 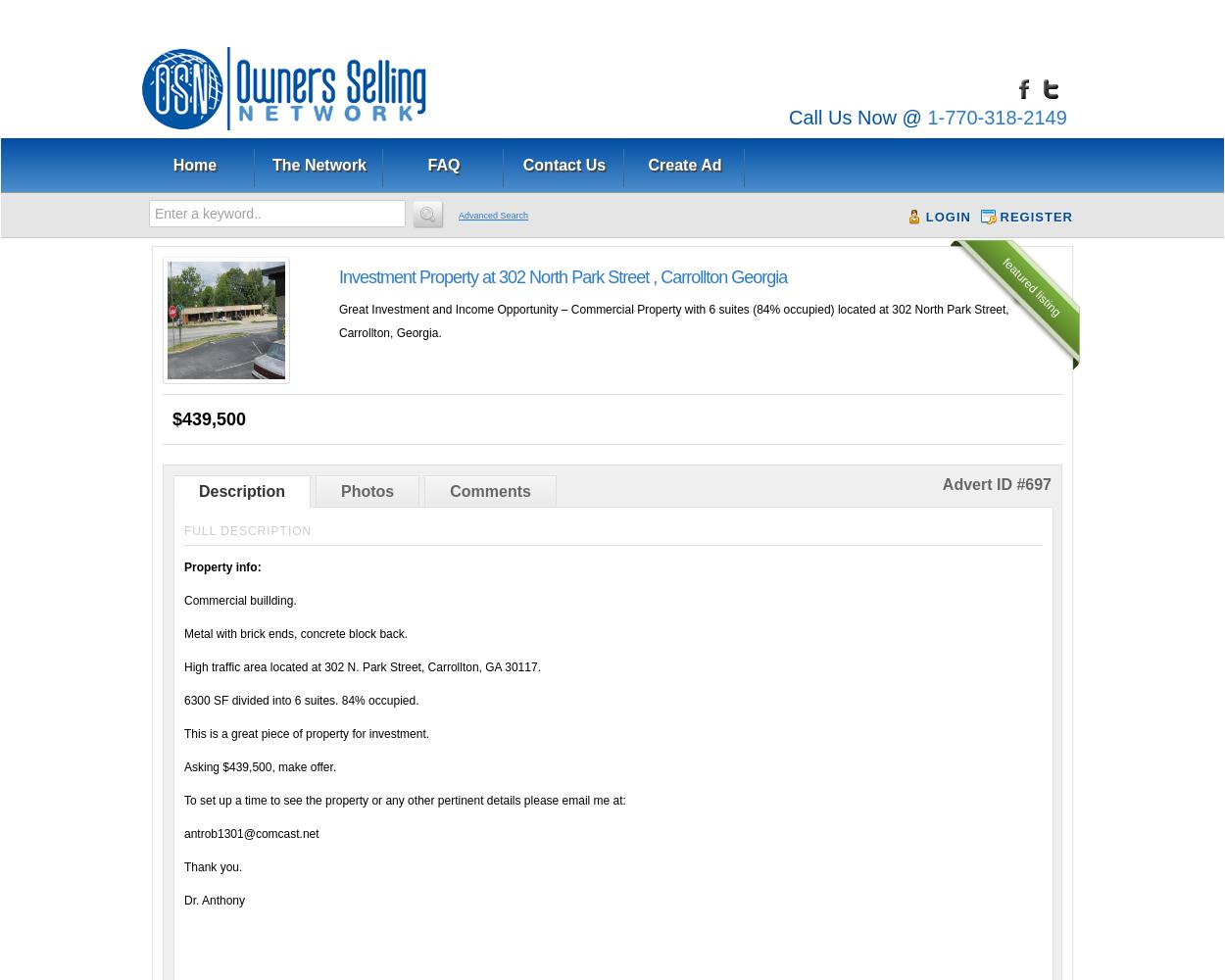 What do you see at coordinates (338, 277) in the screenshot?
I see `'Investment Property at 302 North Park Street , Carrollton Georgia'` at bounding box center [338, 277].